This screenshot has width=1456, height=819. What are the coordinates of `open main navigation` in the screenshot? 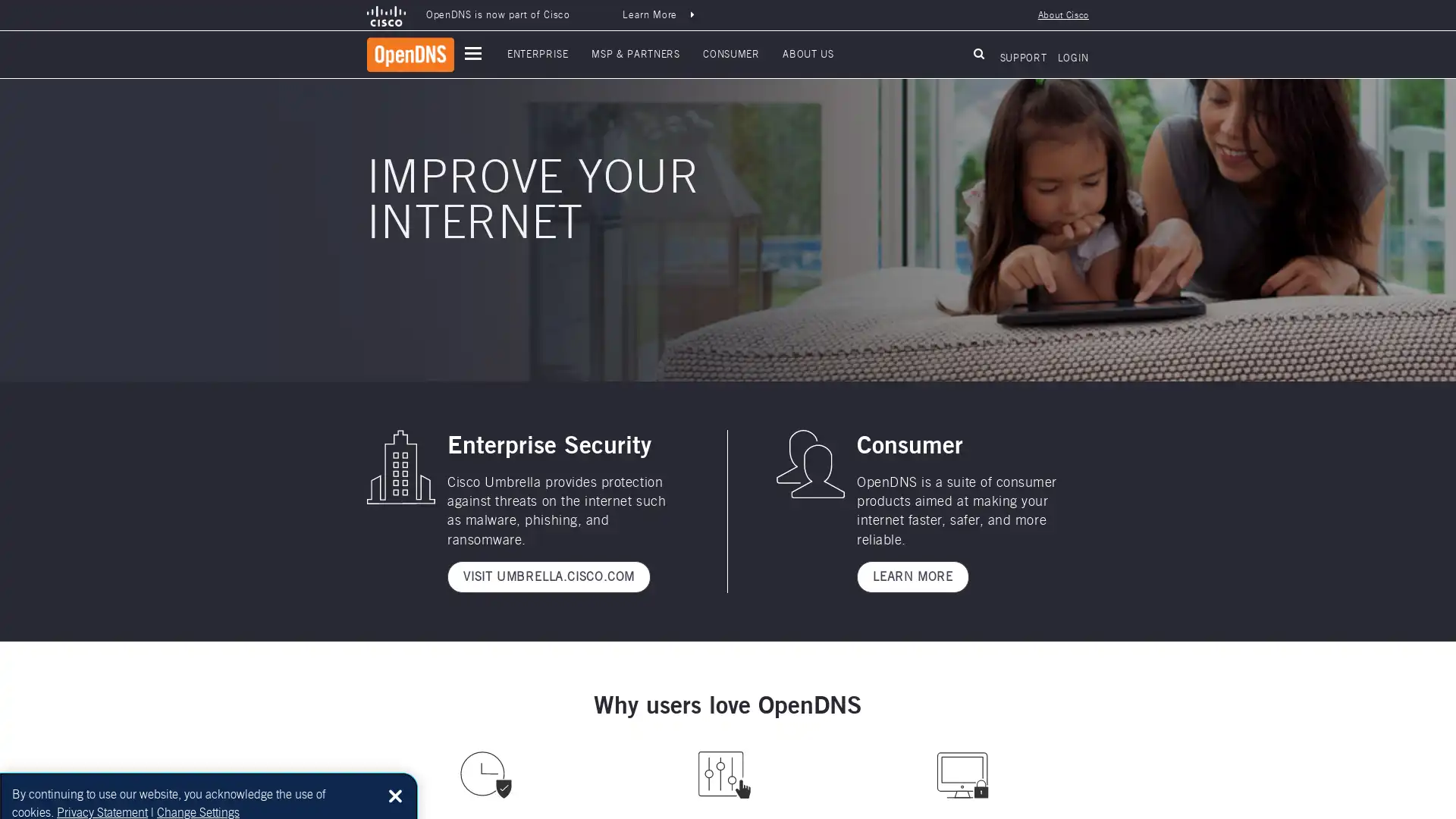 It's located at (472, 52).